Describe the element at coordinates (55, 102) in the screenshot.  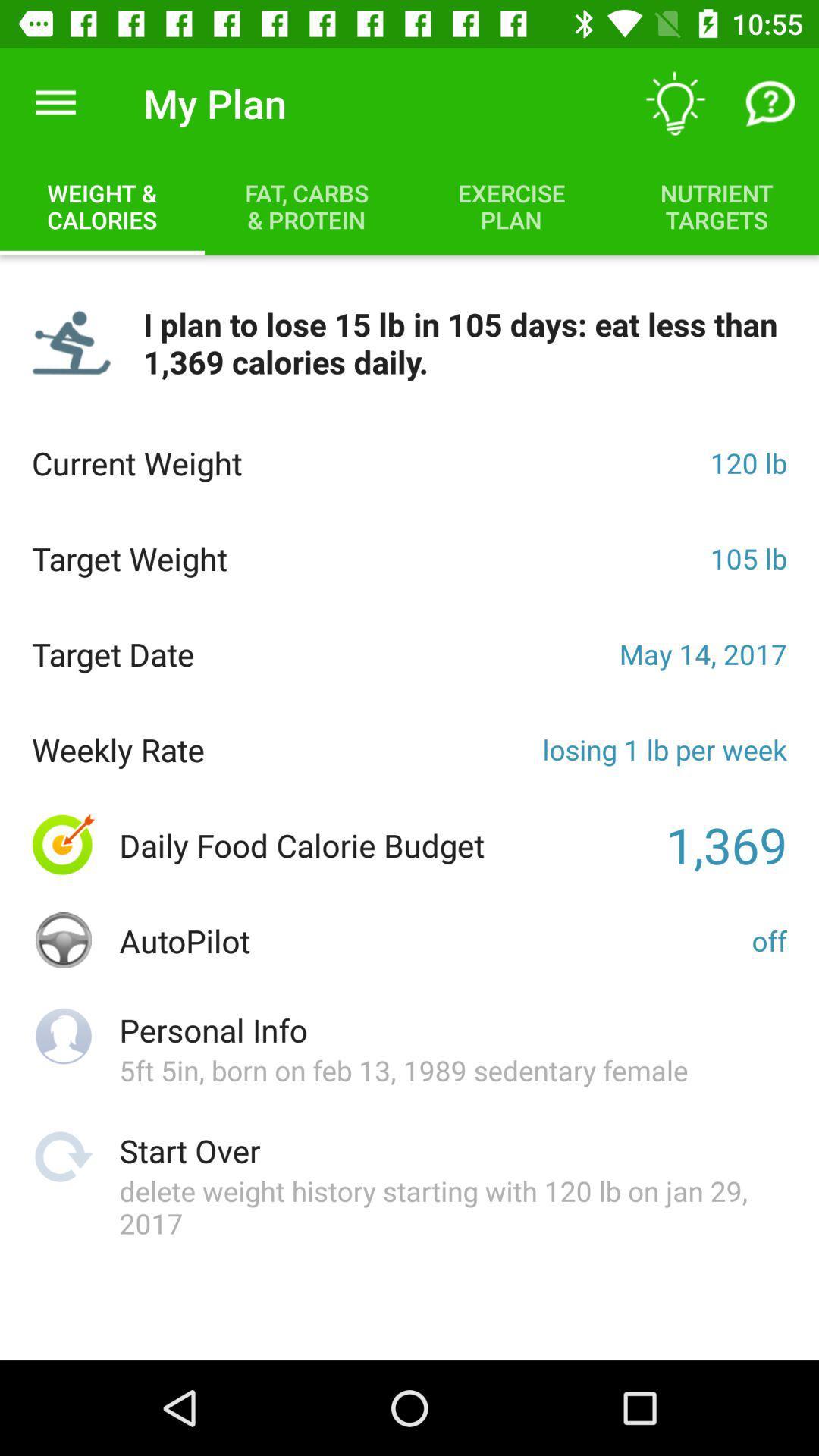
I see `item to the left of my plan` at that location.